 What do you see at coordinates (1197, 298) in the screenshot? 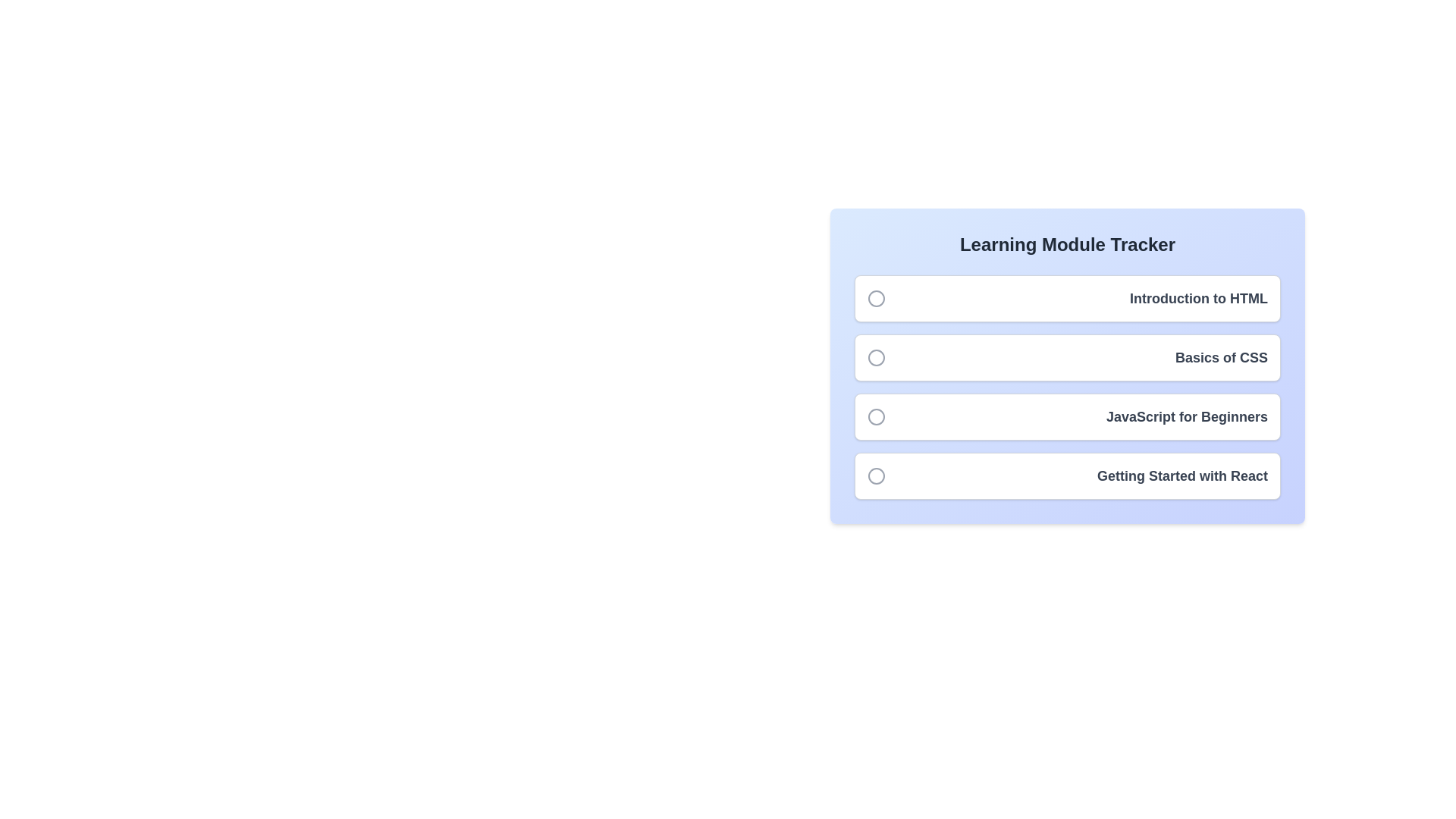
I see `the text label that identifies a learning module in the Learning Module Tracker, located in the first row next to a circular icon` at bounding box center [1197, 298].